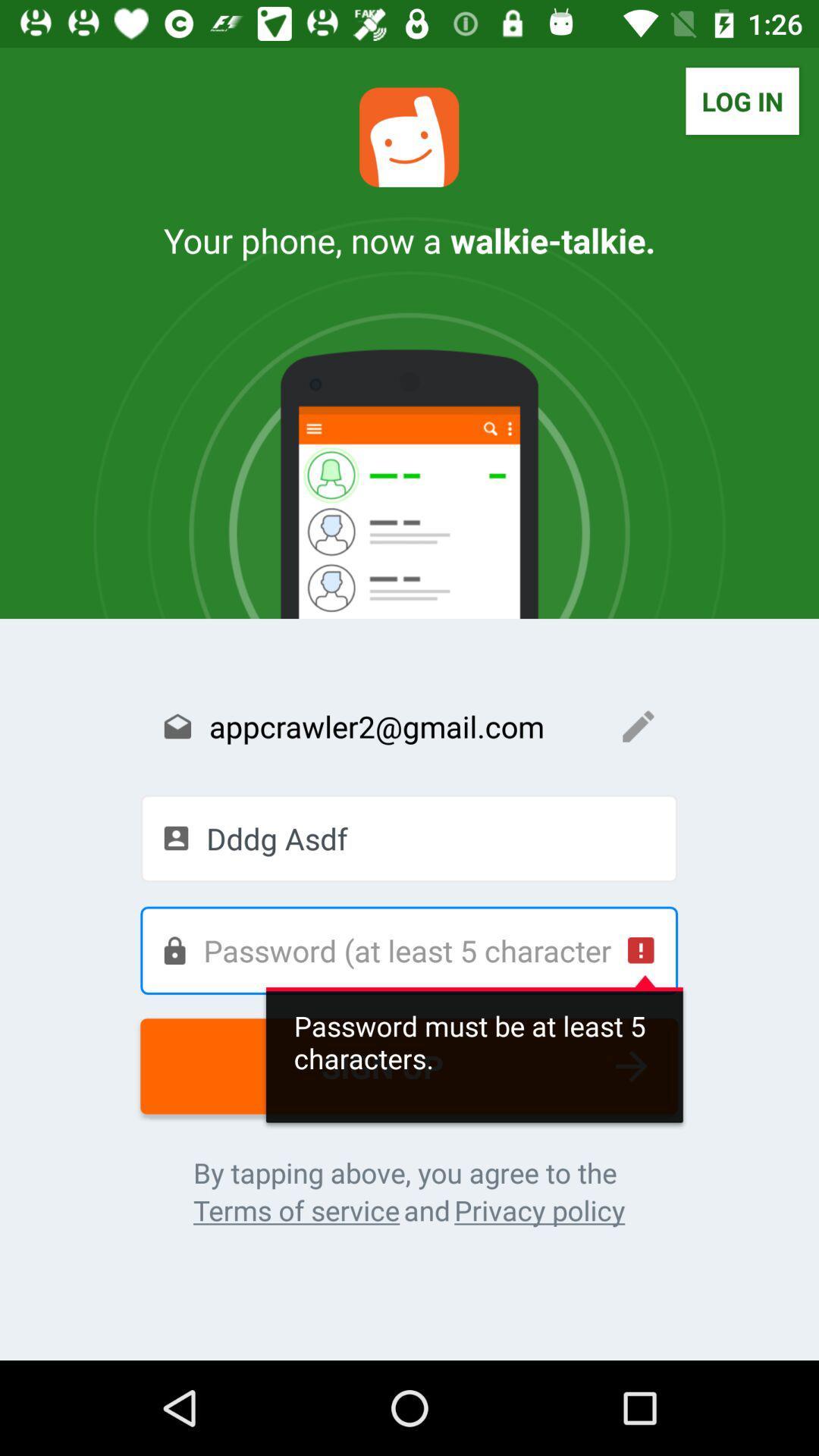 The width and height of the screenshot is (819, 1456). Describe the element at coordinates (408, 1065) in the screenshot. I see `the sign up` at that location.